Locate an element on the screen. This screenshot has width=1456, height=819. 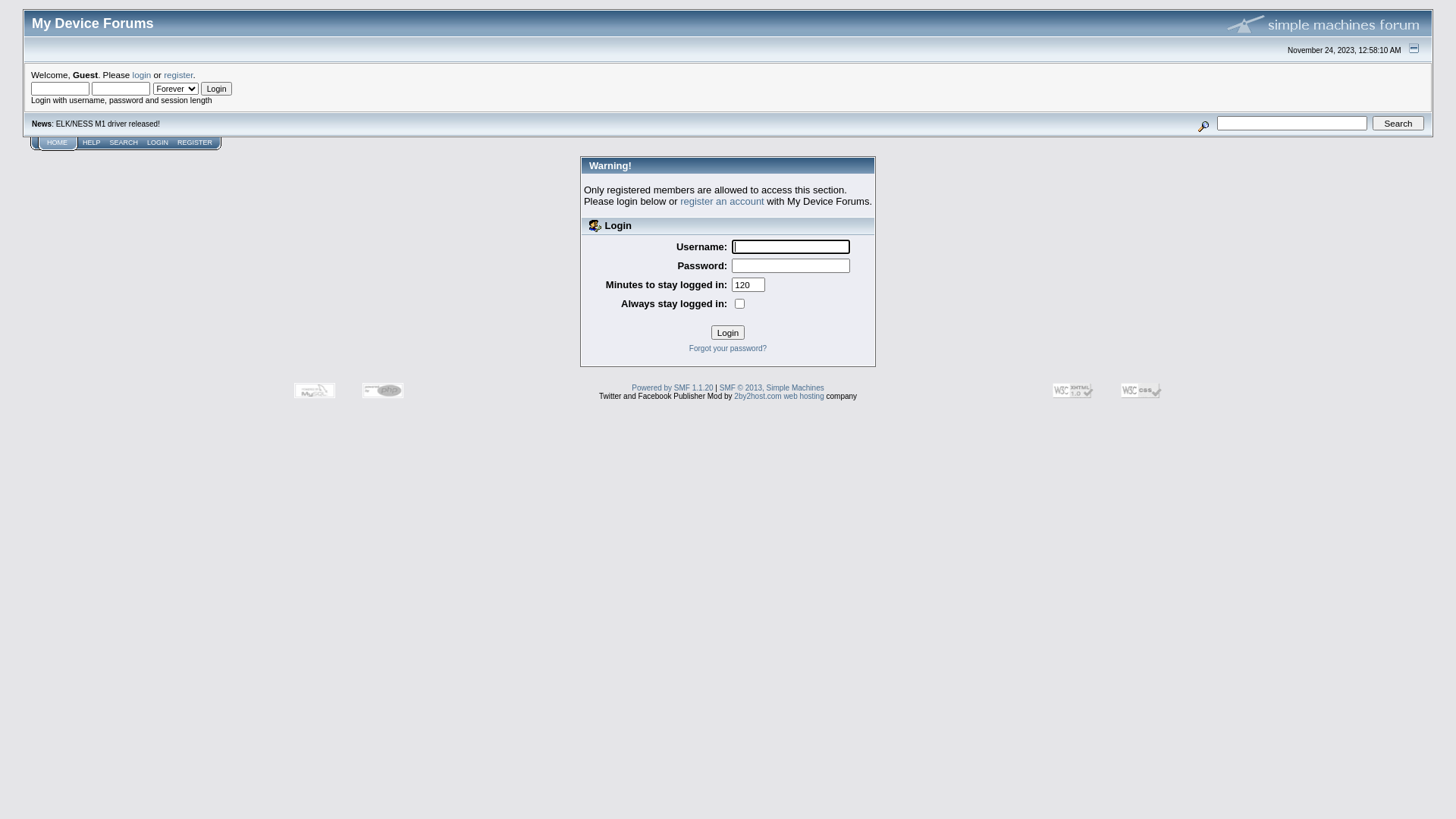
'Login' is located at coordinates (216, 88).